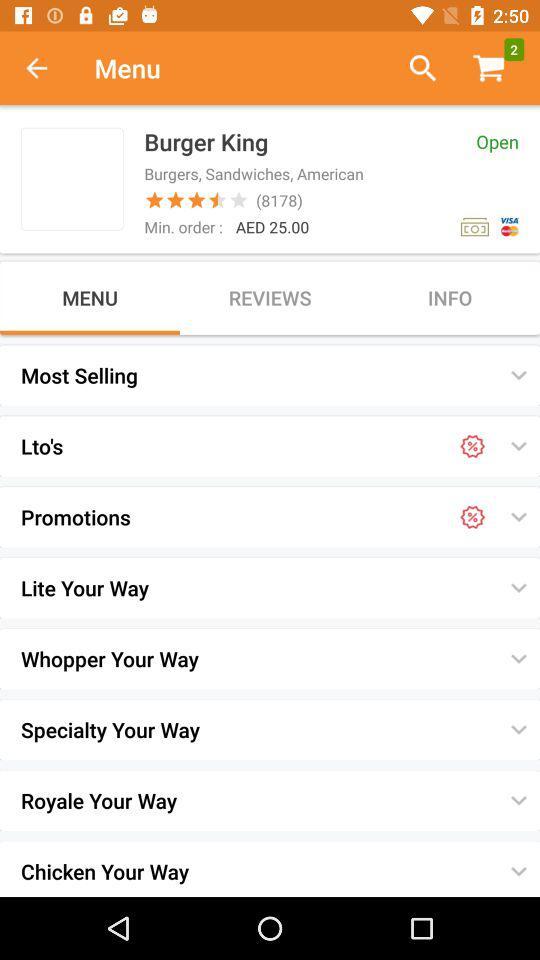  I want to click on item to the left of menu icon, so click(47, 68).